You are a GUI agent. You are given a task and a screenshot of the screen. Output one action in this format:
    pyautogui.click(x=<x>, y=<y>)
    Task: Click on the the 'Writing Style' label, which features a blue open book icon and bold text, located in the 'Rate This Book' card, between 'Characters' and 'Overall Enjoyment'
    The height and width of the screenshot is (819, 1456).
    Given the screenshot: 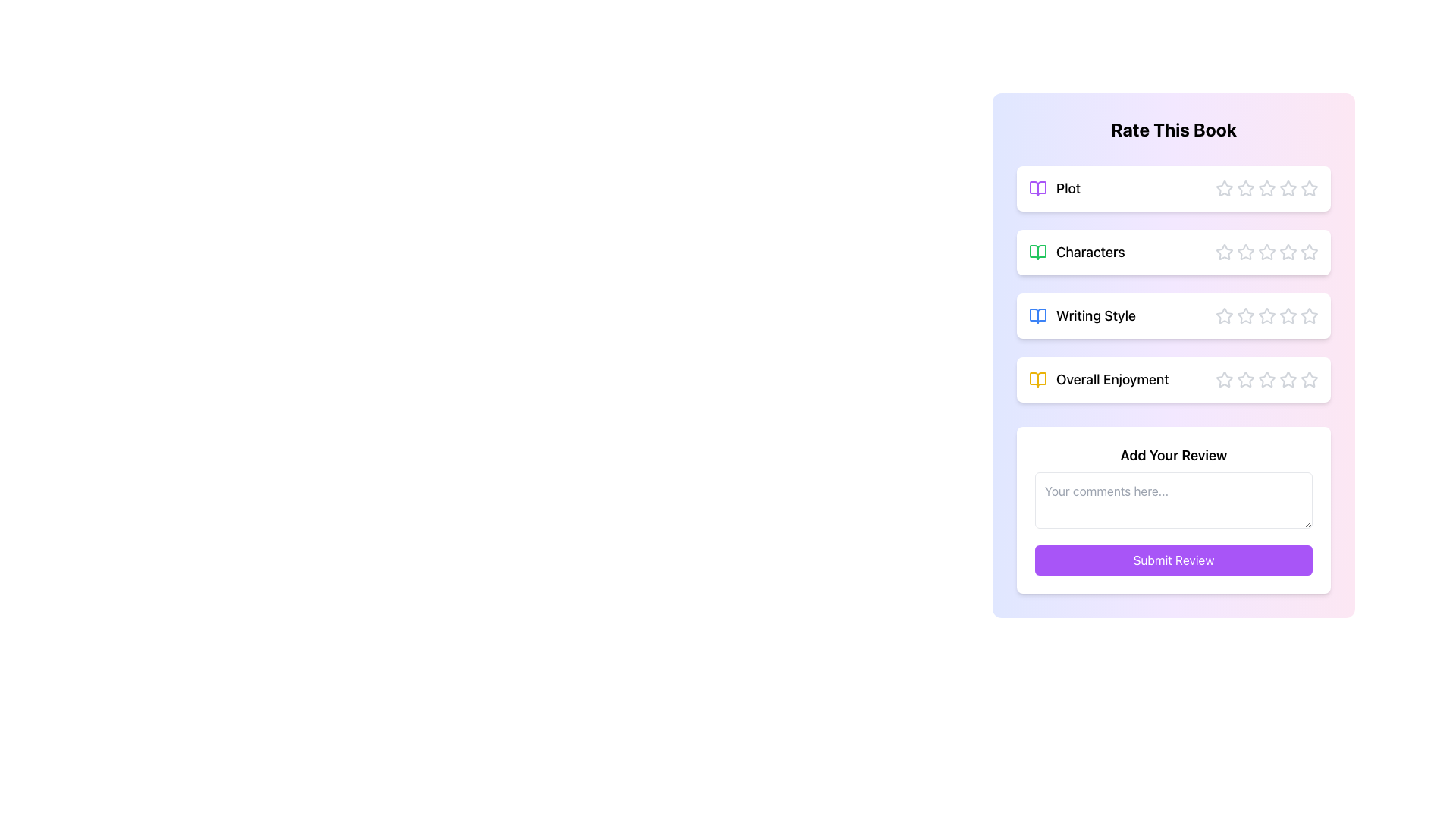 What is the action you would take?
    pyautogui.click(x=1081, y=315)
    